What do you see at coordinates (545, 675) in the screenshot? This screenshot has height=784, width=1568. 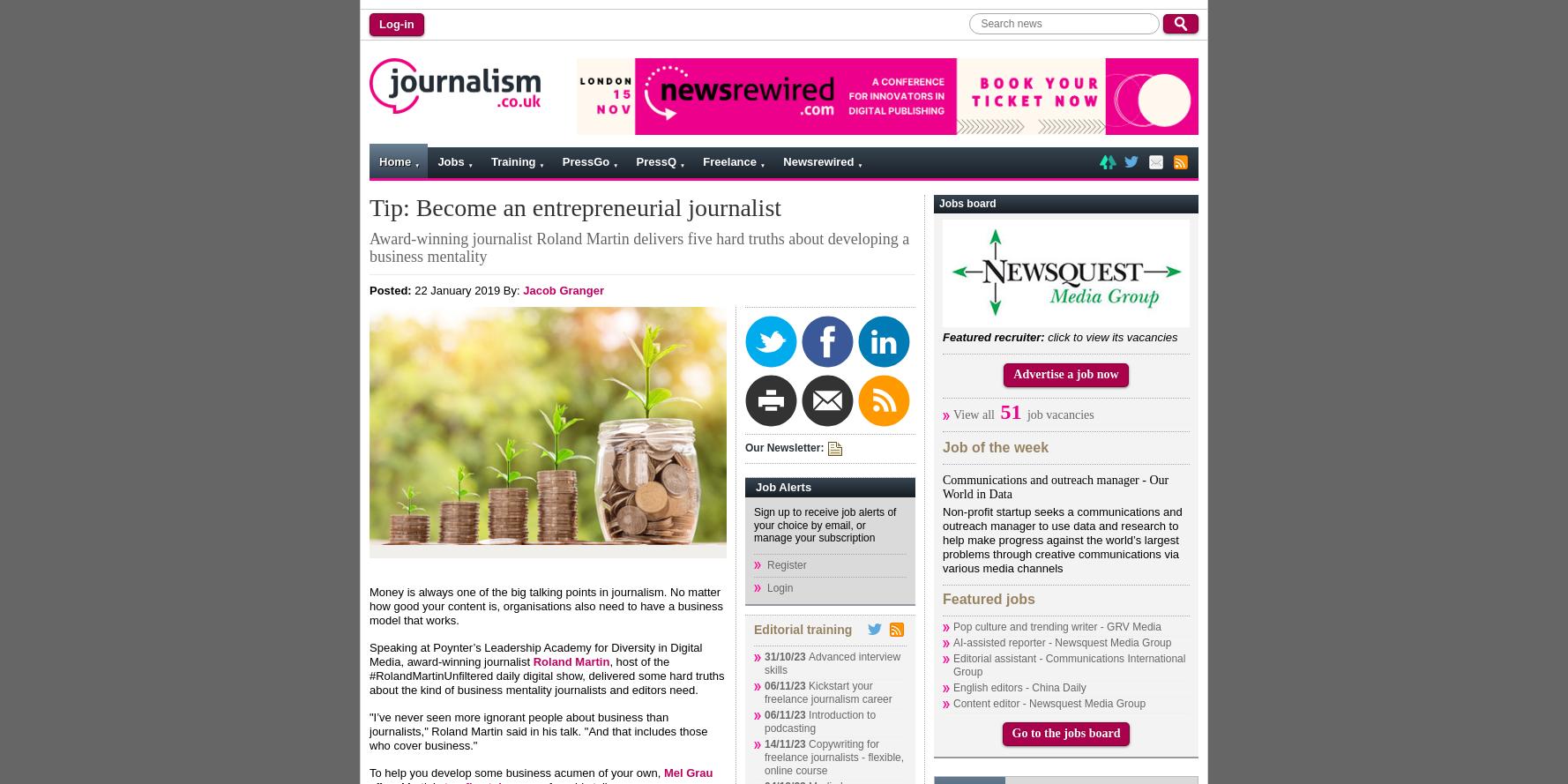 I see `', host of the #RolandMartinUnfiltered daily digital show, delivered some hard truths about the kind of business mentality journalists and editors need.'` at bounding box center [545, 675].